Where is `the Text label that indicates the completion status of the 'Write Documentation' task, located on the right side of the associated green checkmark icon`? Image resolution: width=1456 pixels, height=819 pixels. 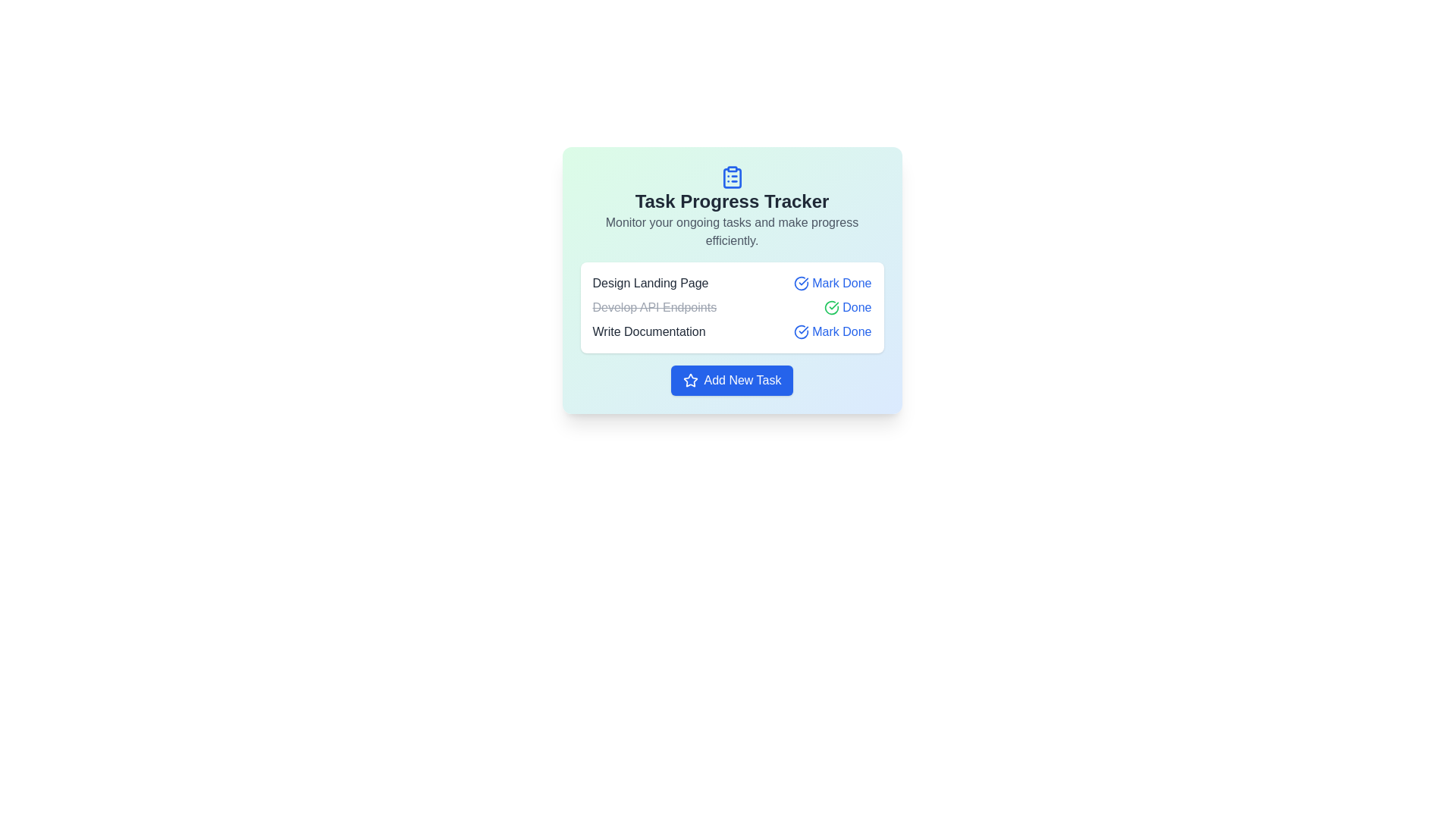
the Text label that indicates the completion status of the 'Write Documentation' task, located on the right side of the associated green checkmark icon is located at coordinates (857, 307).